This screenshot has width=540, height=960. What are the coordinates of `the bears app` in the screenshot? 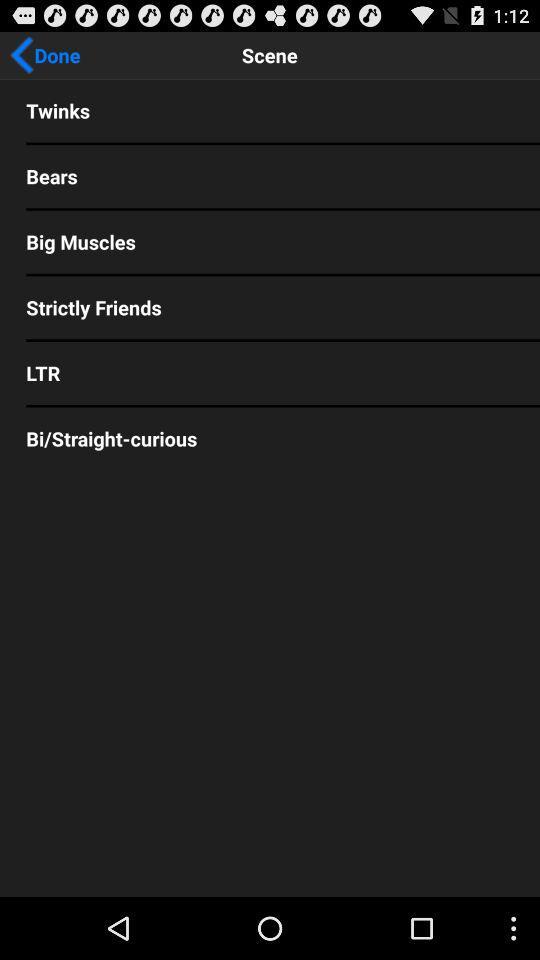 It's located at (270, 175).